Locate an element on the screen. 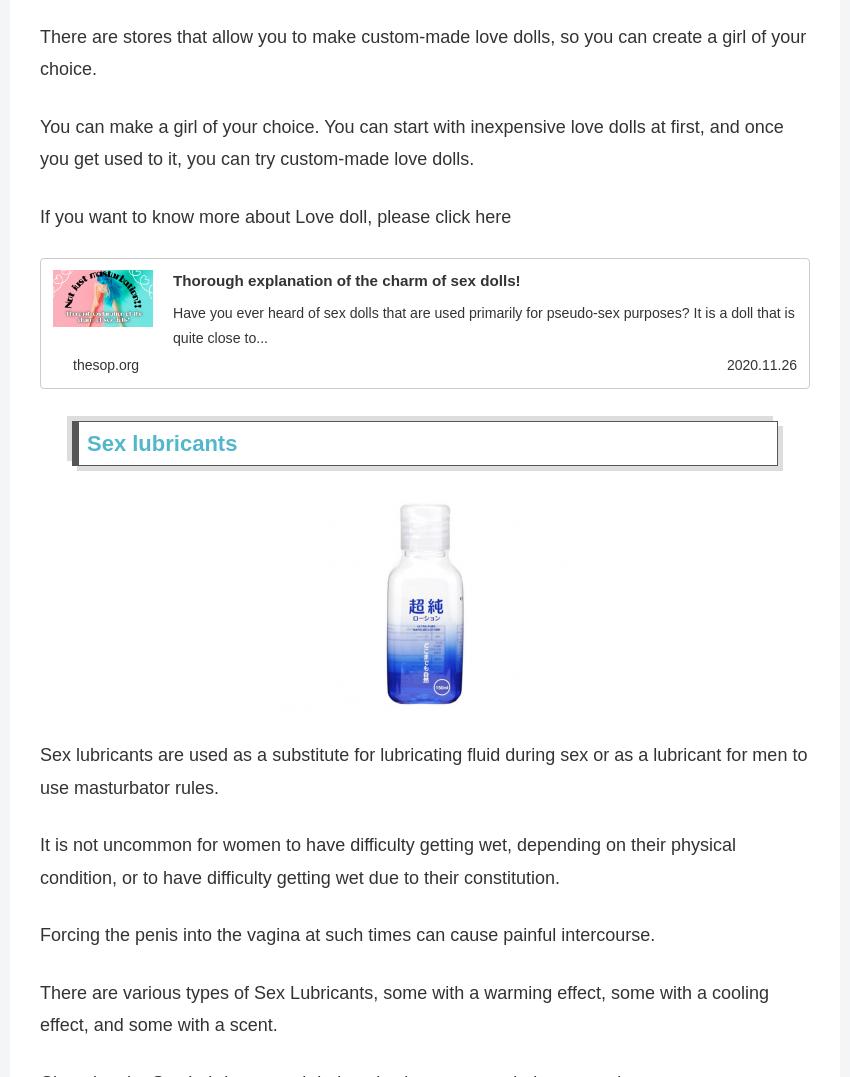  'You can make a girl of your choice. You can start with inexpensive love dolls at first, and once you get used to it, you can try custom-made love dolls.' is located at coordinates (39, 146).